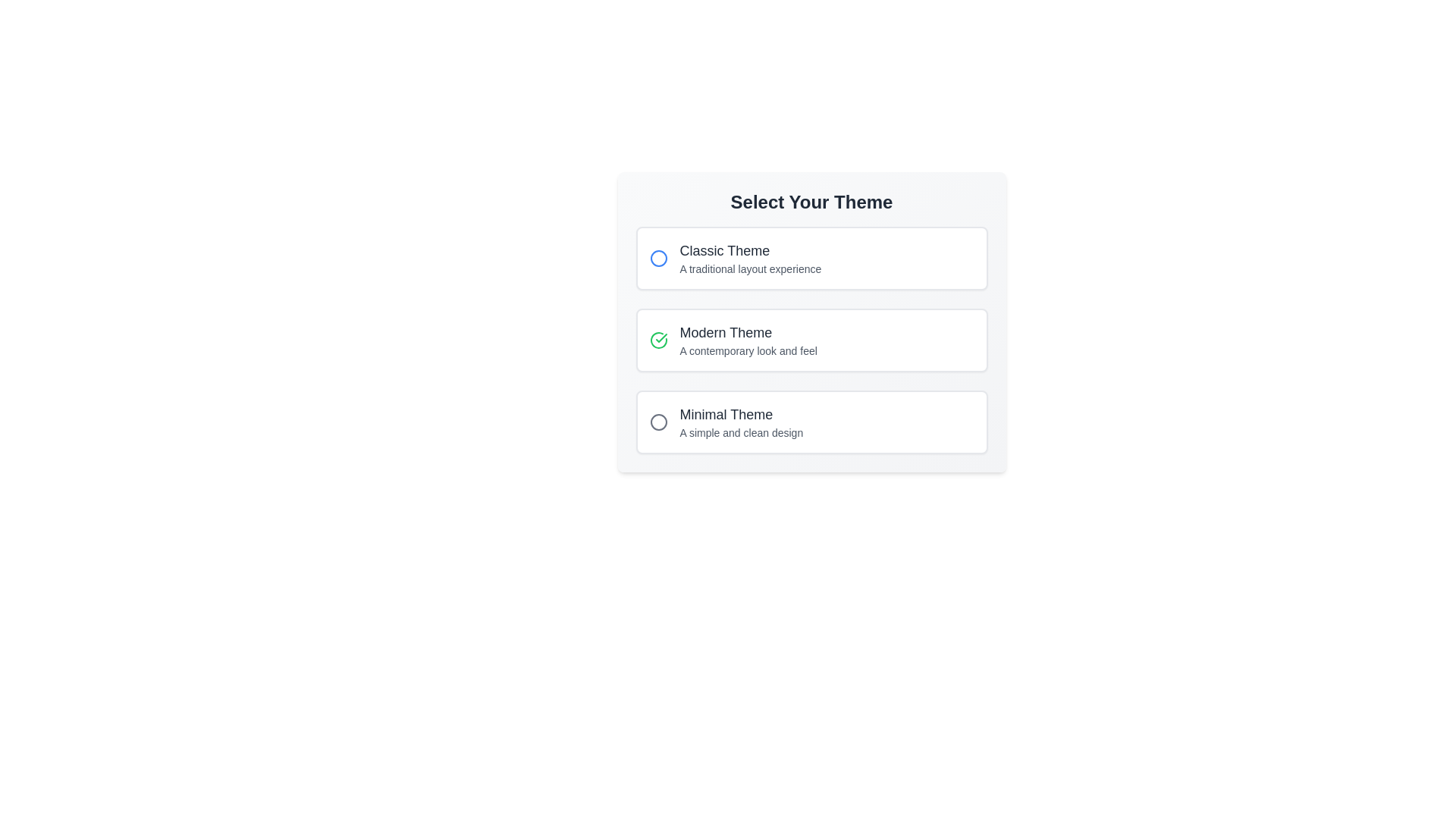 This screenshot has width=1456, height=819. I want to click on text of the Text Header that introduces the theme selection section, so click(811, 201).